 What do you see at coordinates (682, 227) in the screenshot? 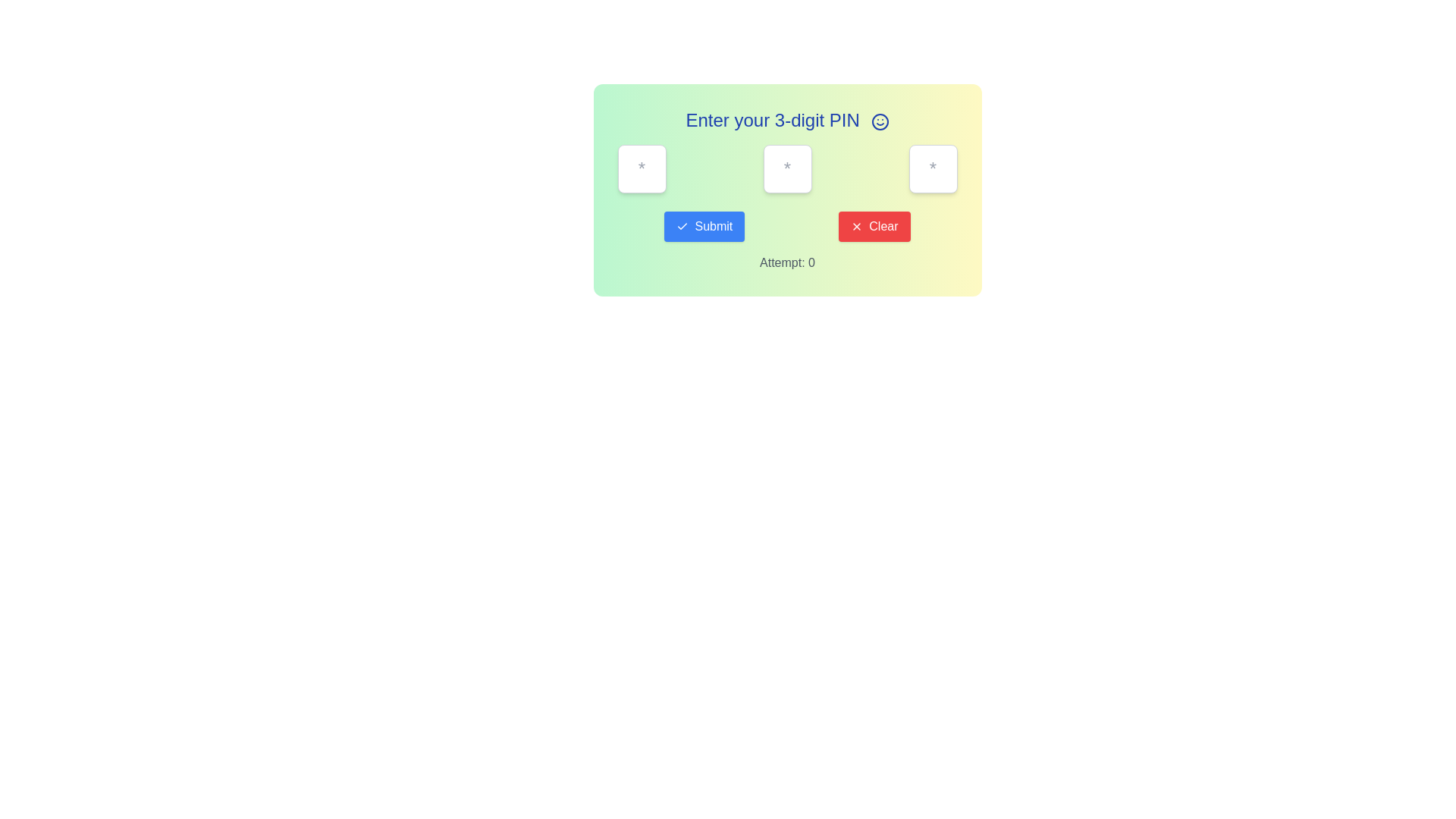
I see `the SVG graphic of a checkmark located within the 'Submit' button, which is situated immediately to the left of the text 'Submit' at the center of the button area` at bounding box center [682, 227].